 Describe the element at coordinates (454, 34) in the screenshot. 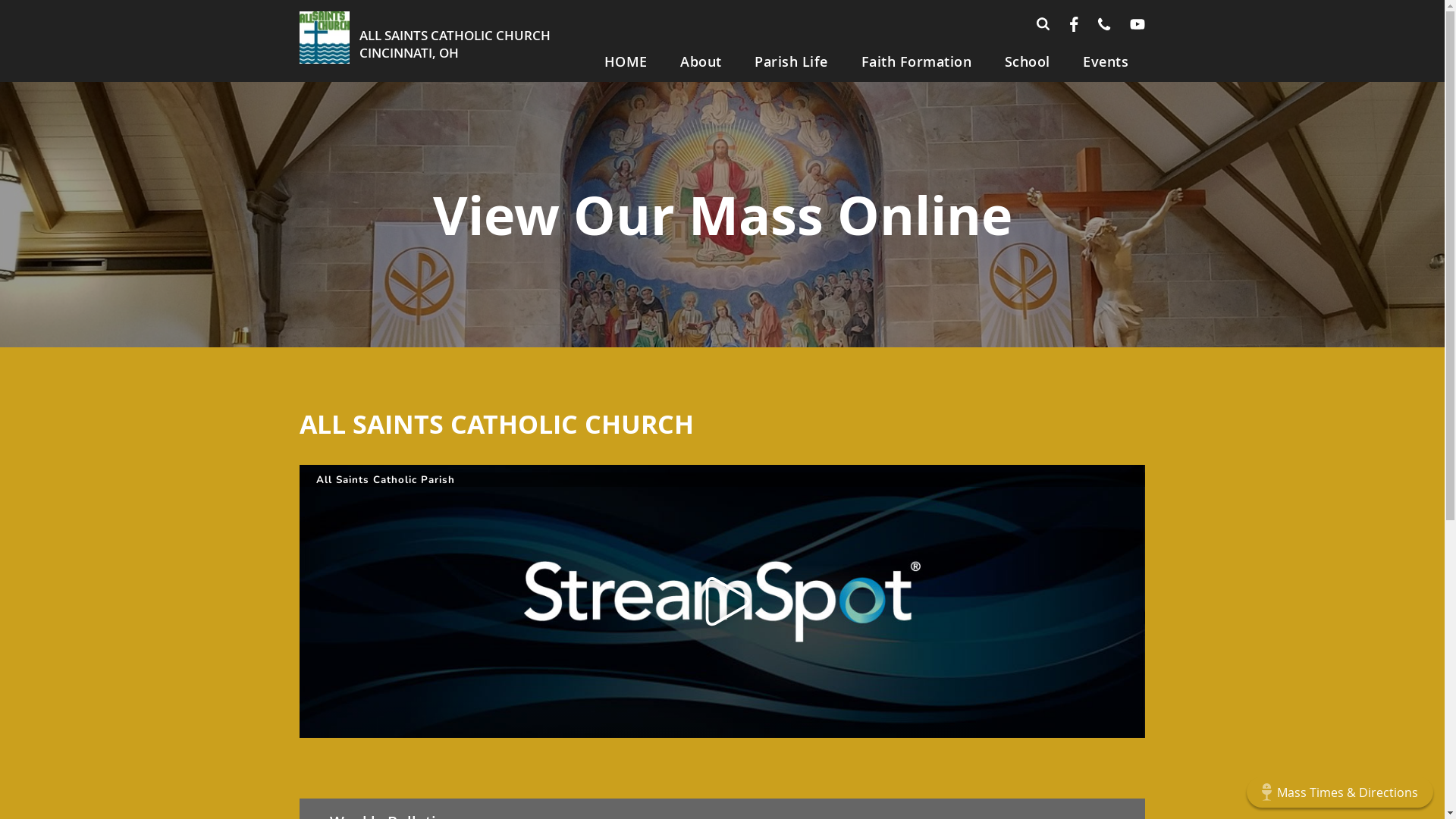

I see `'ALL SAINTS CATHOLIC CHURCH'` at that location.